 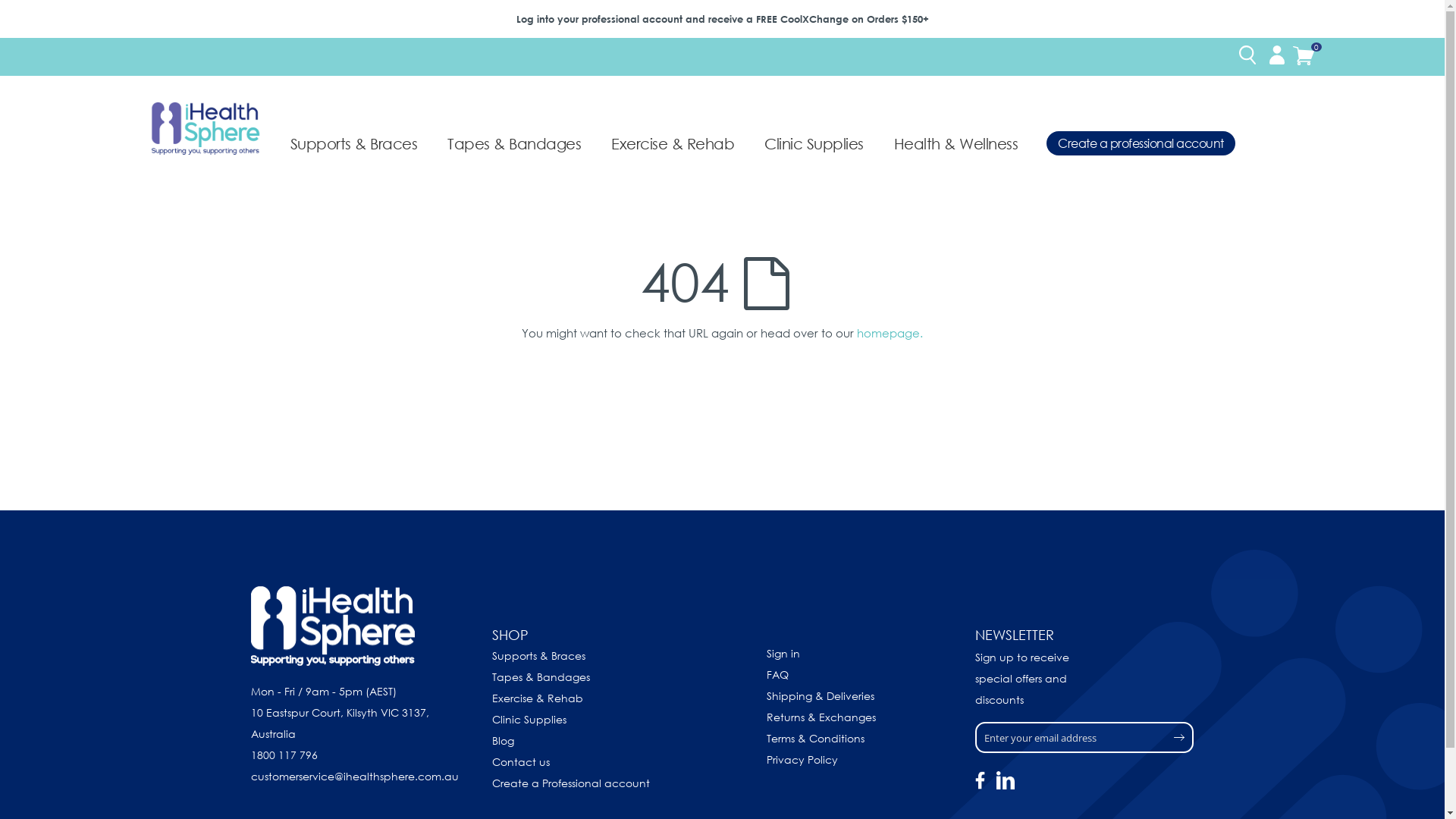 I want to click on 'Blog', so click(x=503, y=739).